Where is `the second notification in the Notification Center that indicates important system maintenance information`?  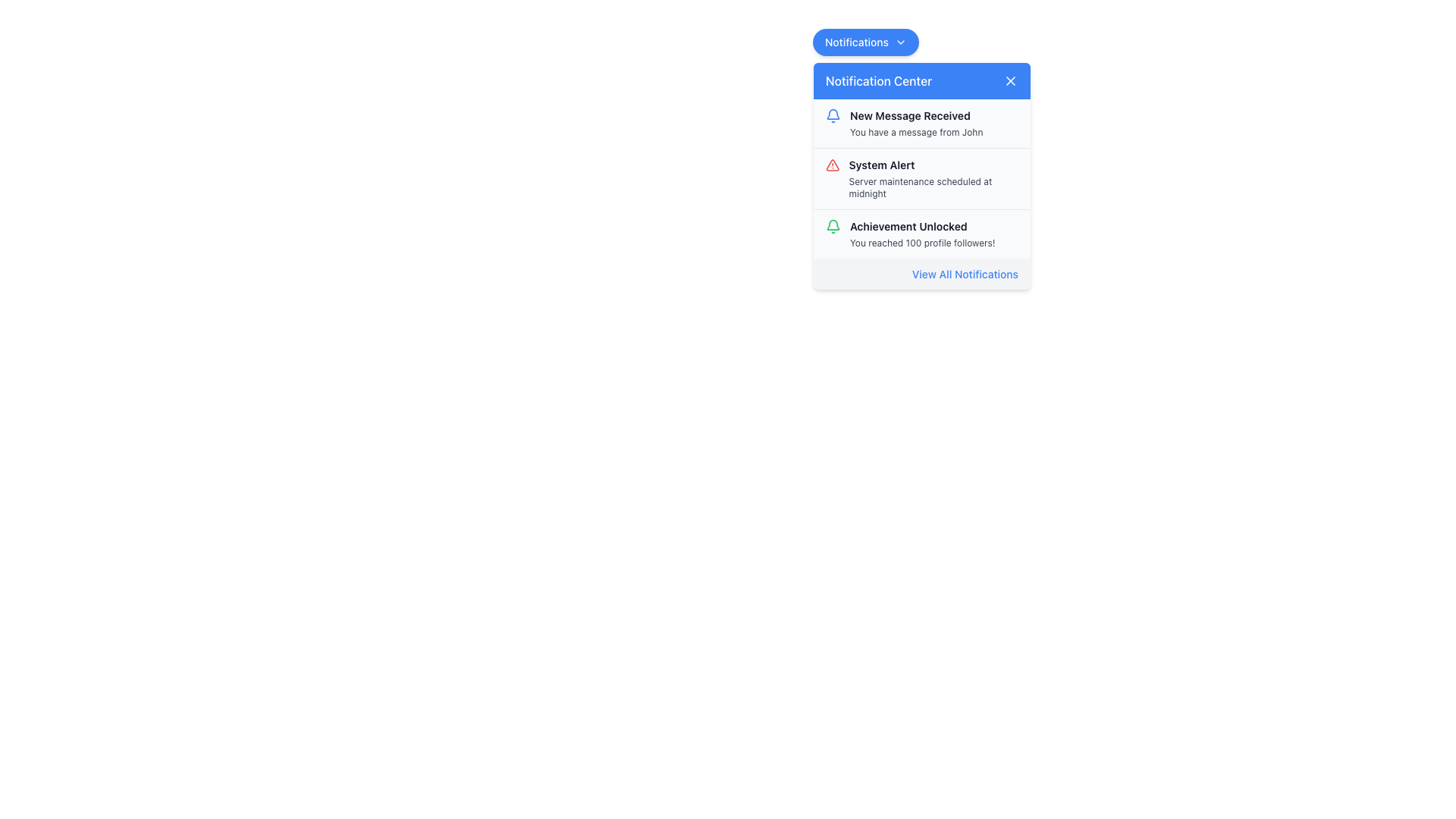 the second notification in the Notification Center that indicates important system maintenance information is located at coordinates (933, 177).